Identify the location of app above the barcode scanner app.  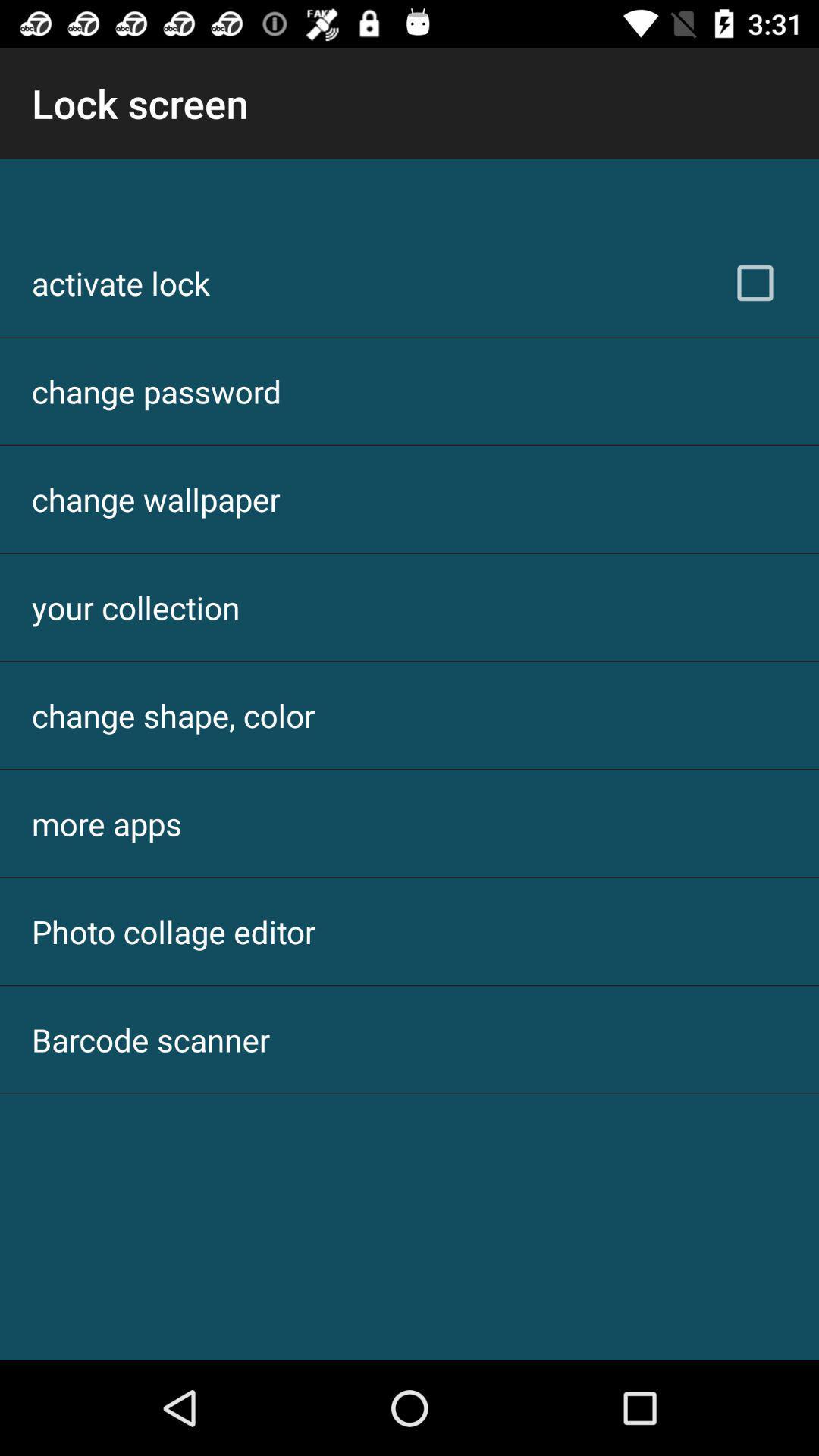
(173, 930).